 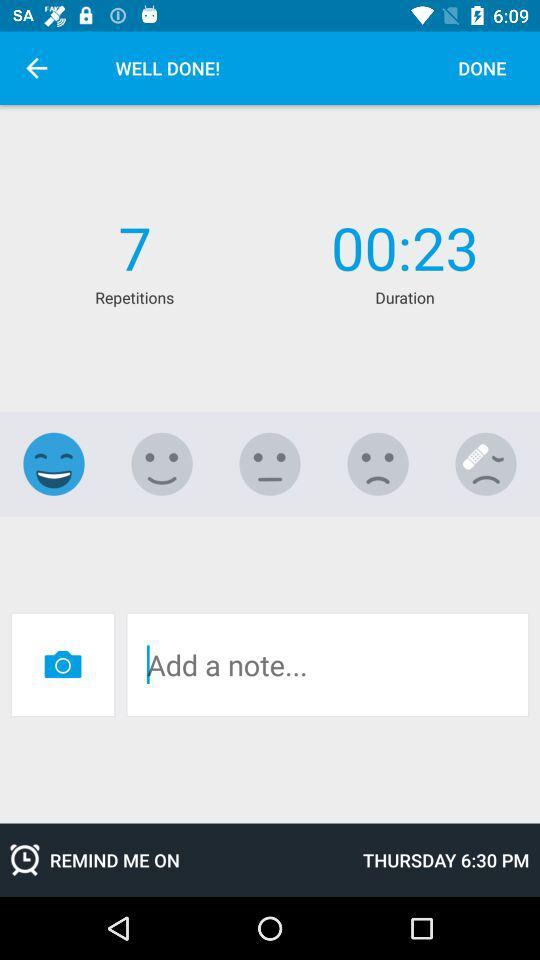 What do you see at coordinates (176, 859) in the screenshot?
I see `remind me on item` at bounding box center [176, 859].